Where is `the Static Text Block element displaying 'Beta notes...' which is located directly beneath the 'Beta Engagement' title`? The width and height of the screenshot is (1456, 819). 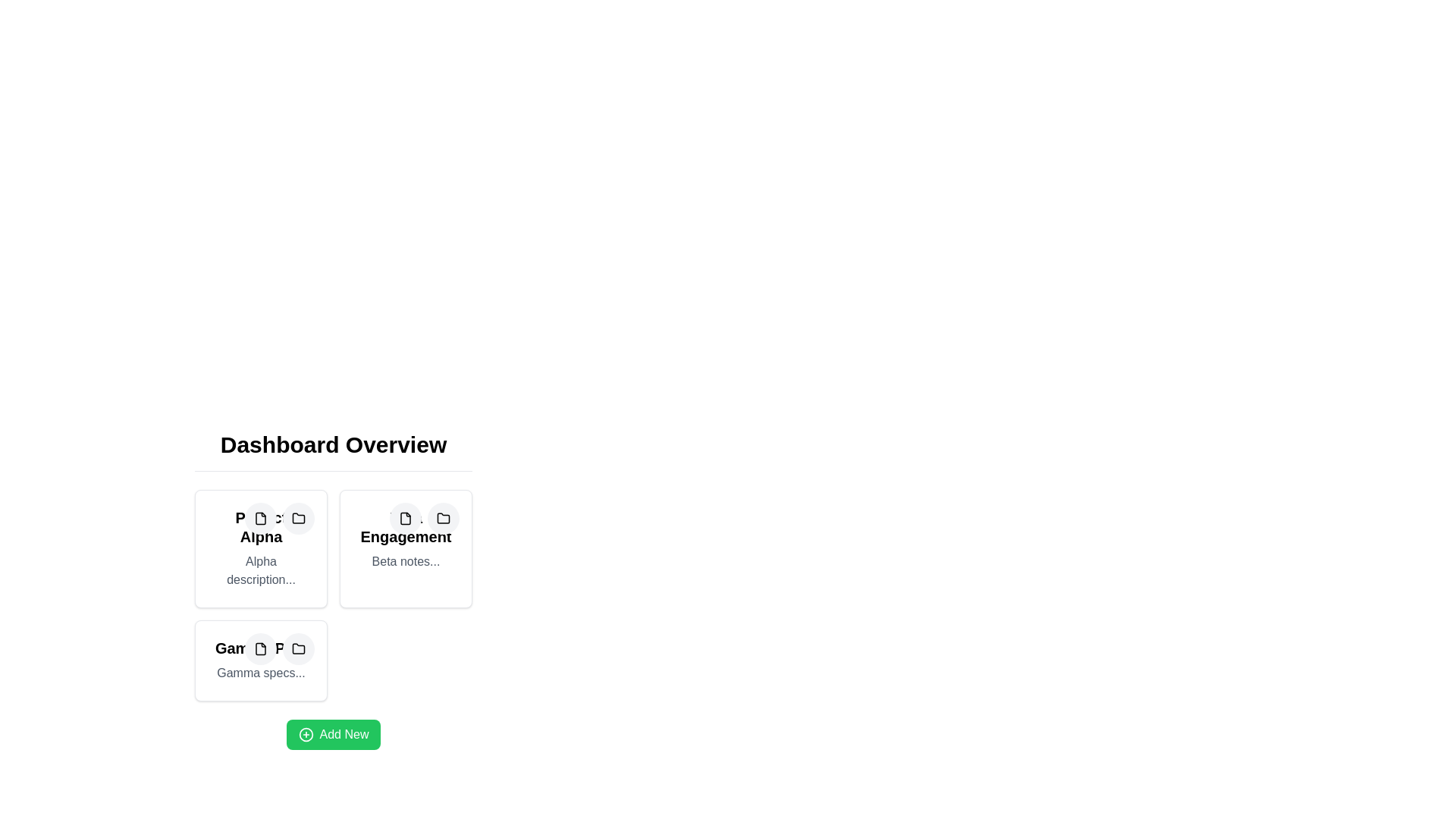 the Static Text Block element displaying 'Beta notes...' which is located directly beneath the 'Beta Engagement' title is located at coordinates (406, 561).